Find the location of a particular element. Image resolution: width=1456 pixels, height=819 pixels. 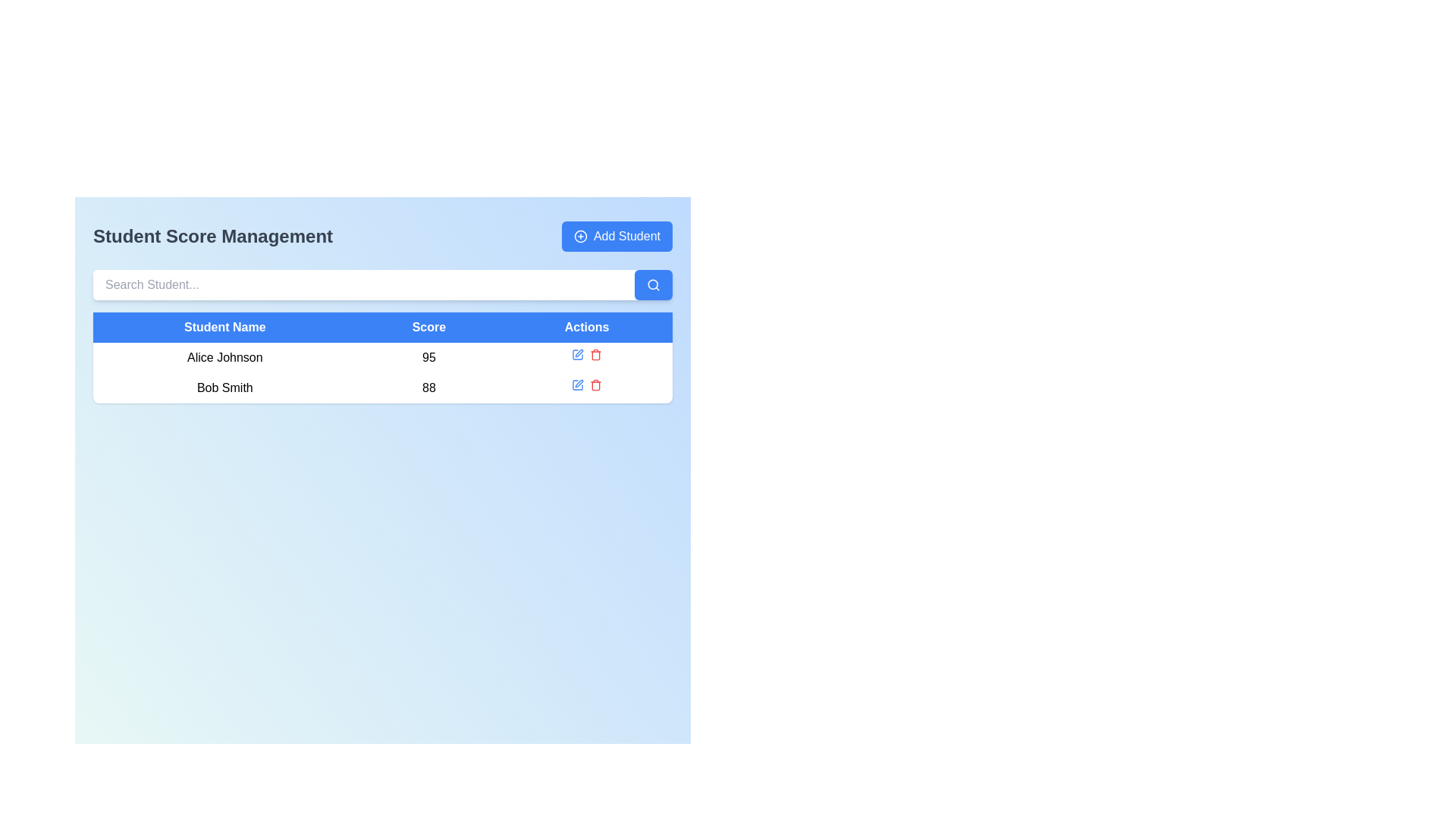

the 'Student Name' header, which is displayed in bold white font on a blue rectangular background, located in the top-left section of the table's header row is located at coordinates (224, 327).